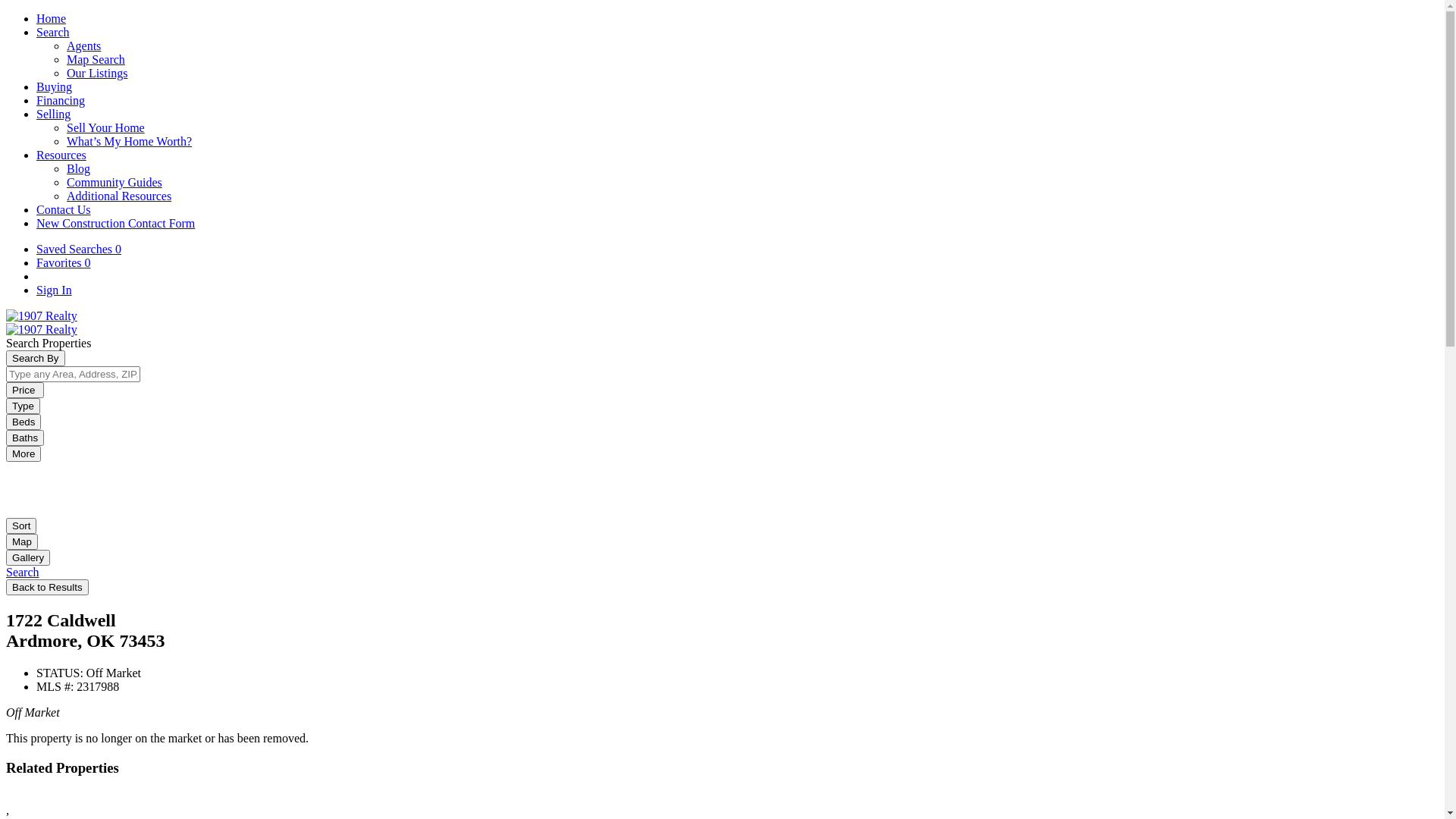 The height and width of the screenshot is (819, 1456). I want to click on 'Gallery', so click(6, 557).